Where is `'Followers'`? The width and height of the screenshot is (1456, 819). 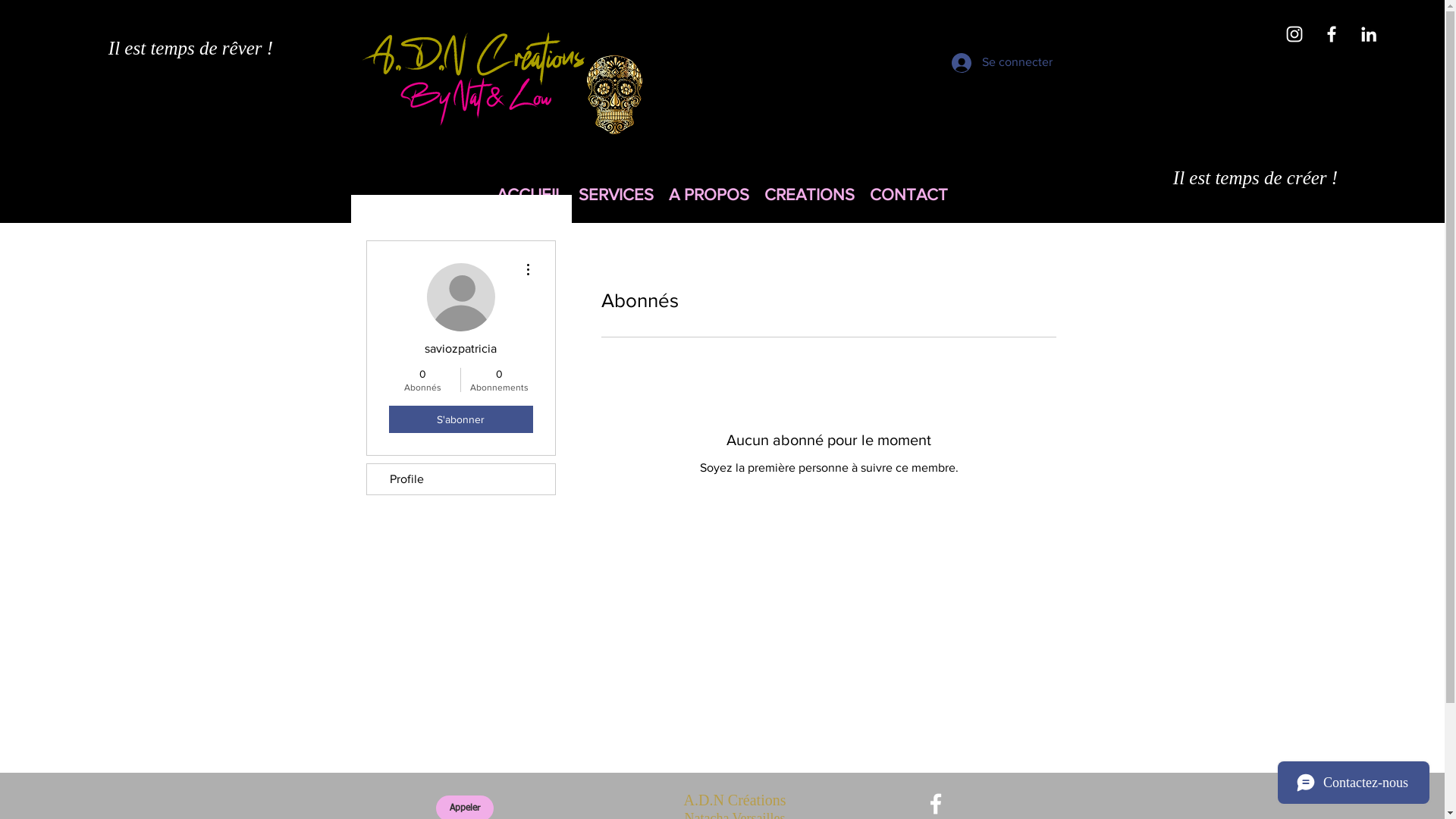
'Followers' is located at coordinates (827, 519).